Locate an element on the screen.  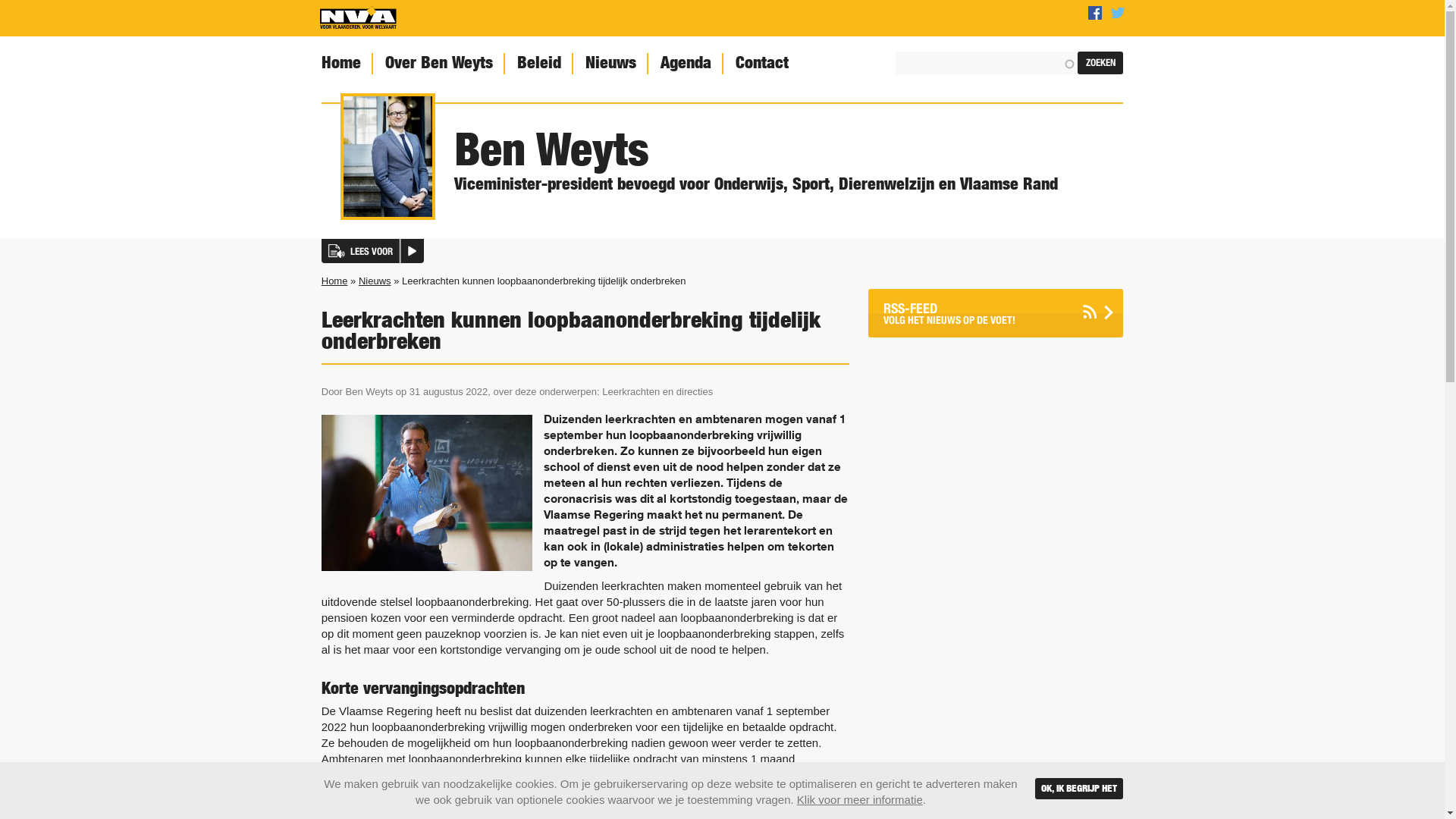
'Zoeken' is located at coordinates (1100, 62).